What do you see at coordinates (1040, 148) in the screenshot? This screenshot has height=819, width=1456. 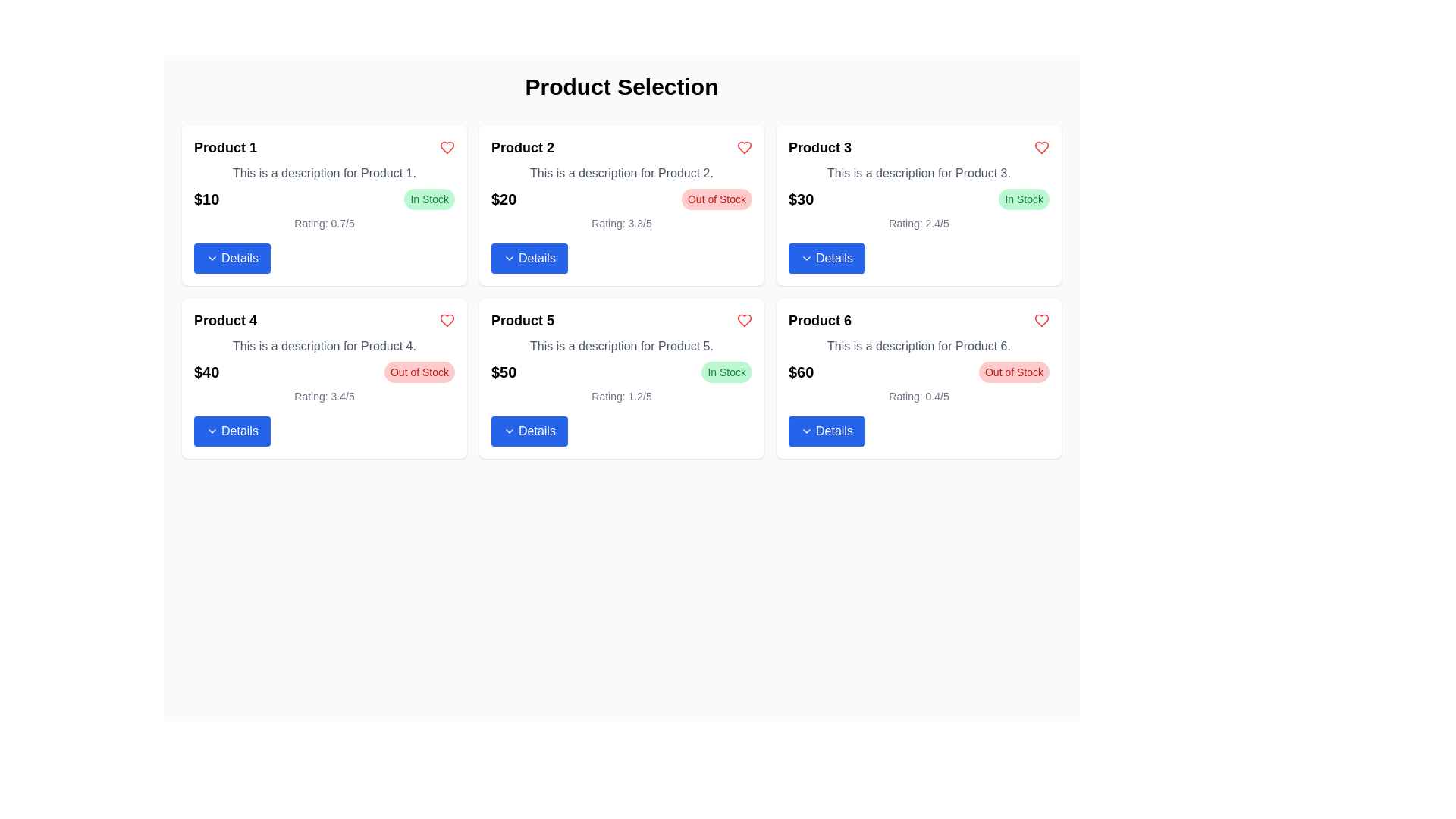 I see `the red heart icon in the top-right corner of the Product 3 card` at bounding box center [1040, 148].